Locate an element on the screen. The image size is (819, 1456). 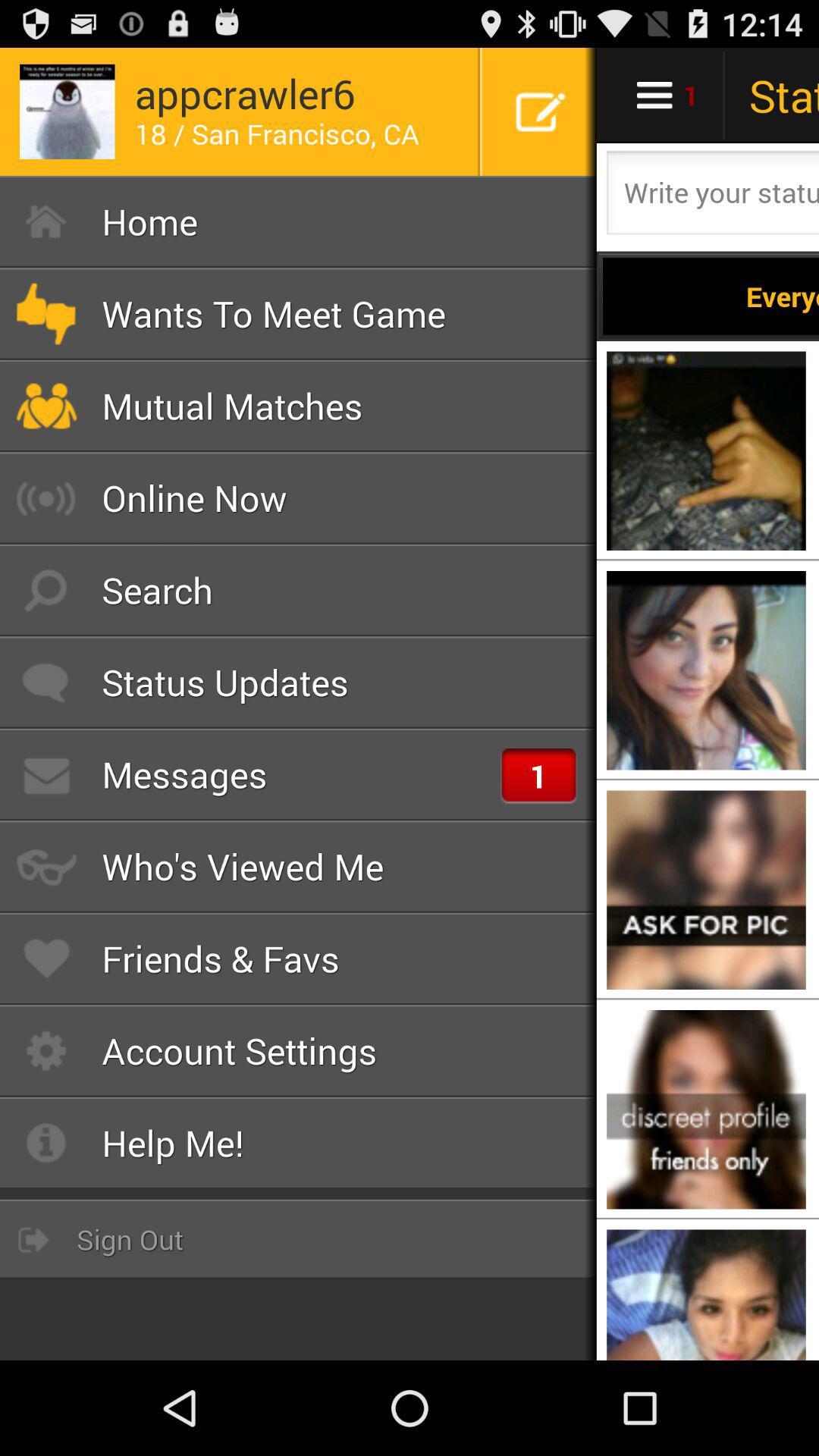
status space is located at coordinates (711, 196).